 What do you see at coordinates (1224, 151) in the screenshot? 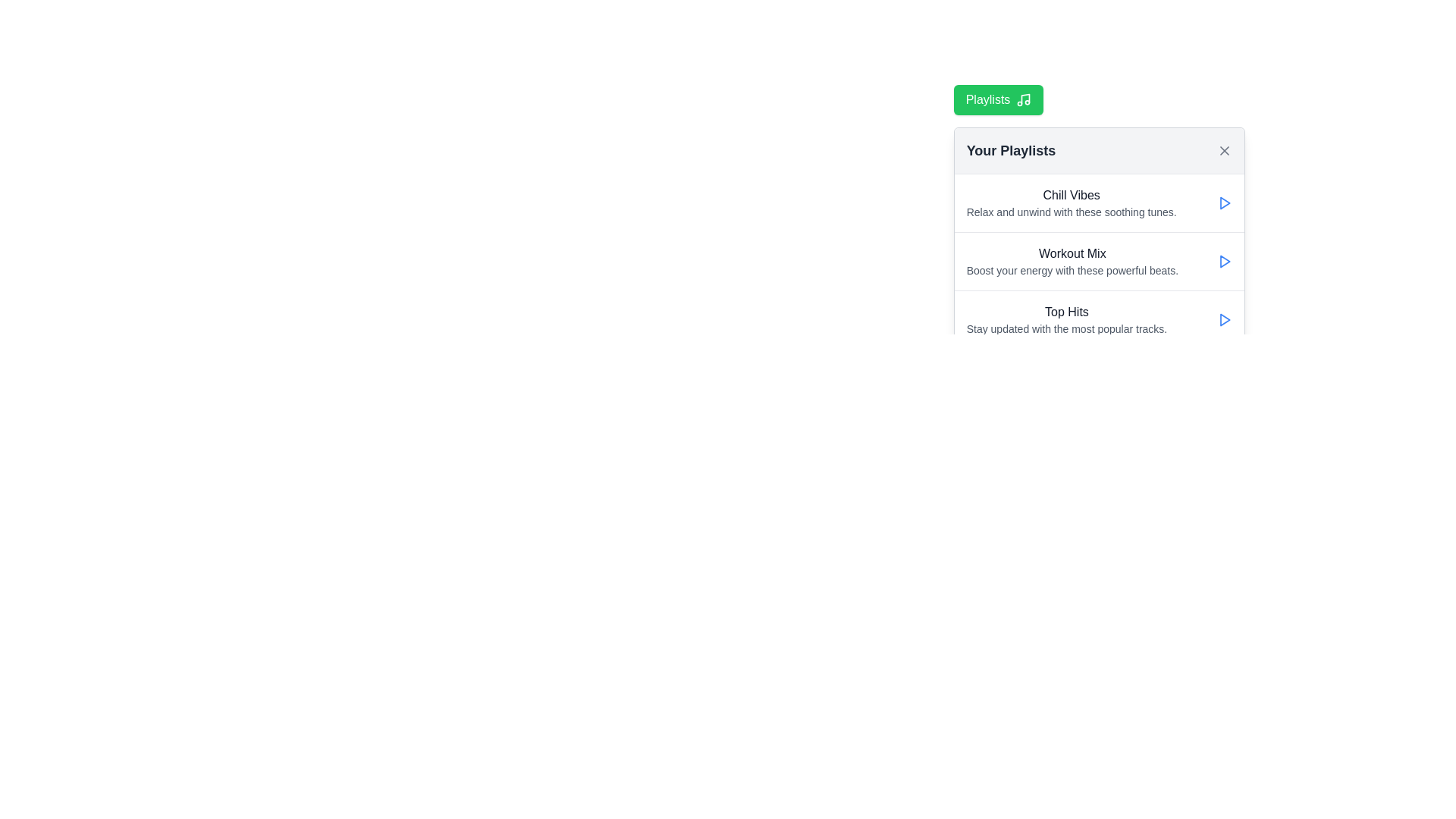
I see `the diagonal cross icon located in the upper-right corner of the card containing the text 'Your Playlists'` at bounding box center [1224, 151].